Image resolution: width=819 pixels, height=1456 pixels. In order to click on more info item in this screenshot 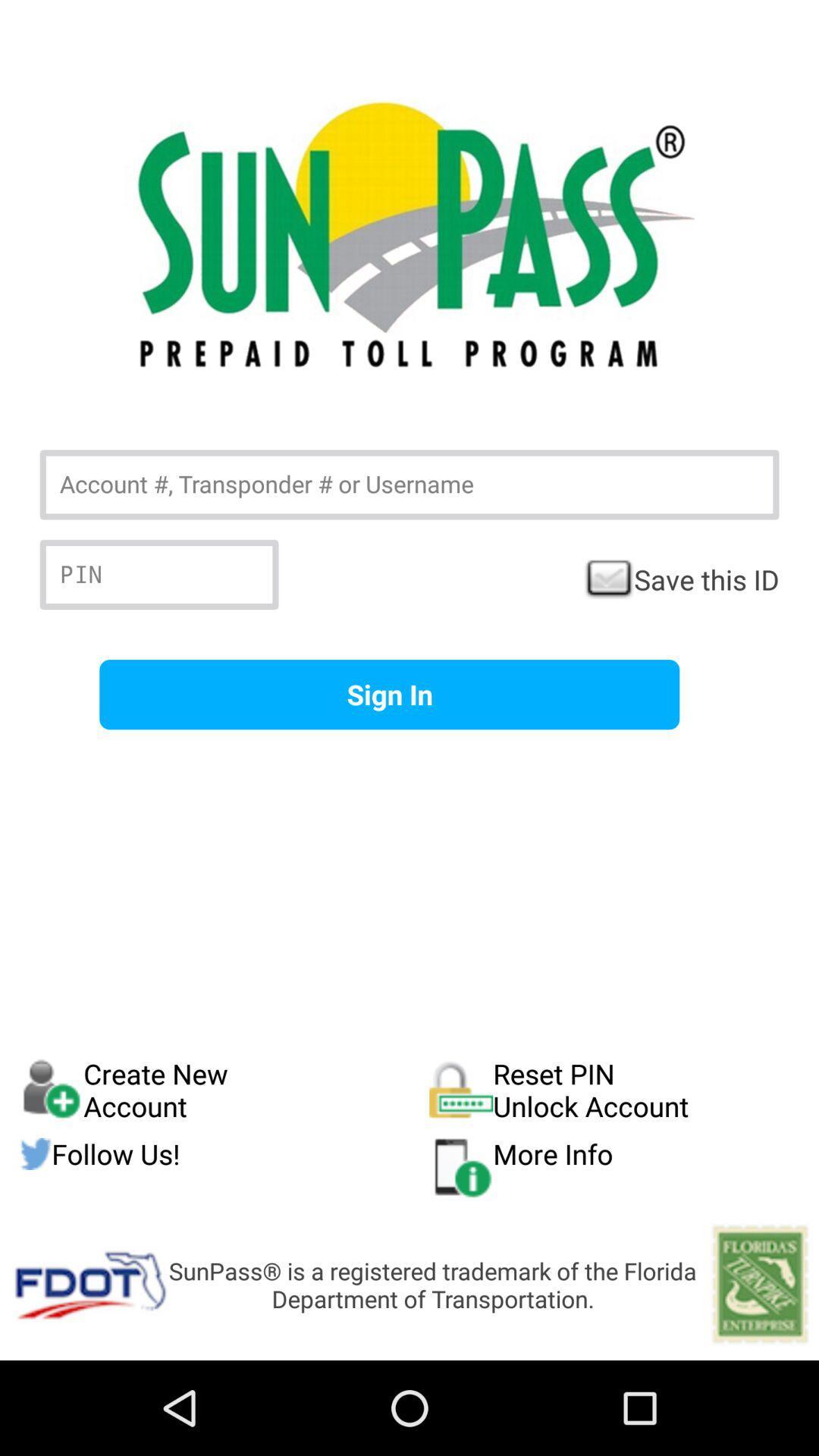, I will do `click(614, 1166)`.